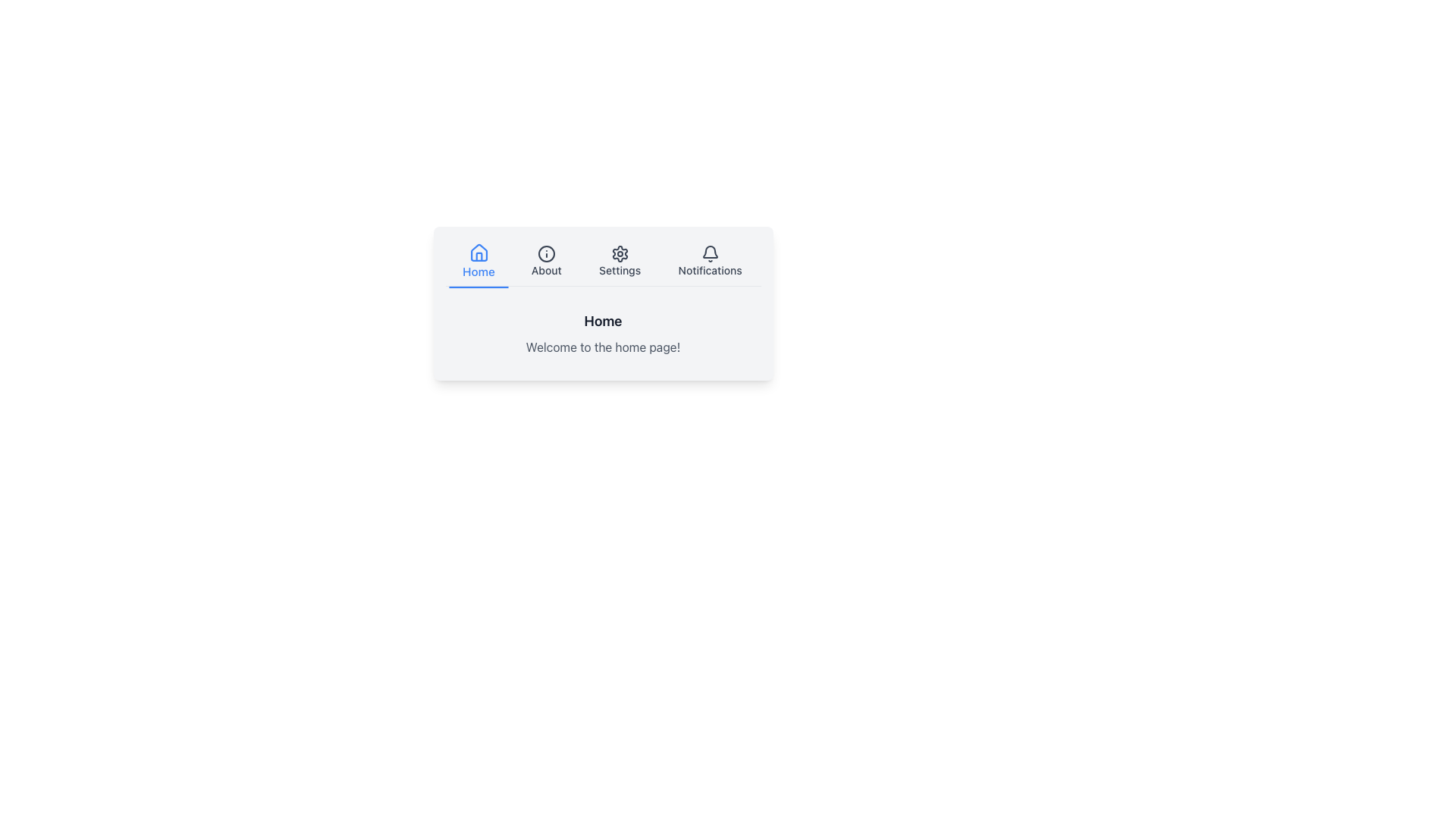 The width and height of the screenshot is (1456, 819). I want to click on the interactive navigation button for the 'About' section located centrally along the top of the navigation bar, so click(546, 262).